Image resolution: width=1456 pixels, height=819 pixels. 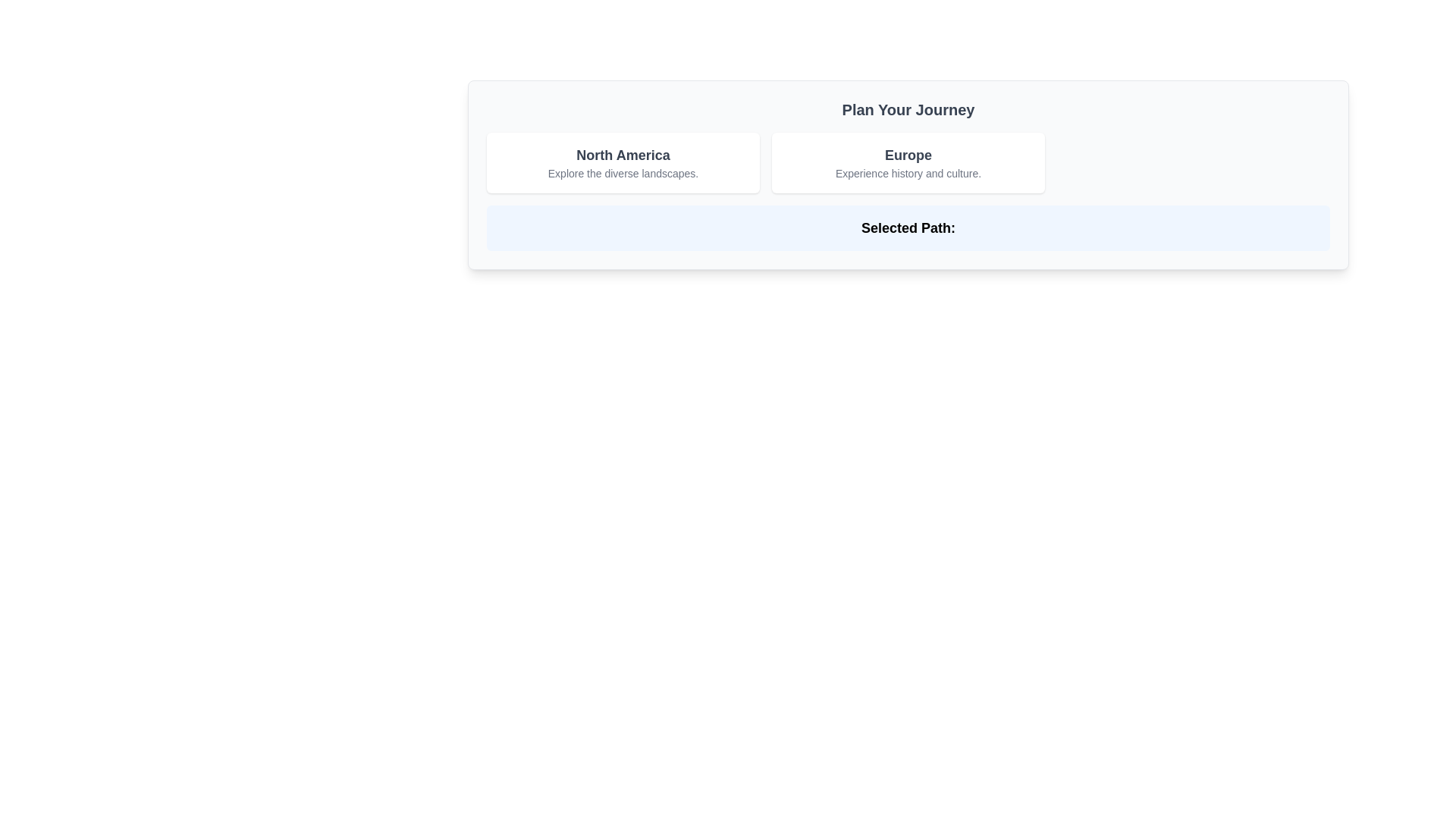 What do you see at coordinates (908, 227) in the screenshot?
I see `the Text label indicating the section for user selection beneath the title 'Plan Your Journey' and above the disc-styled list` at bounding box center [908, 227].